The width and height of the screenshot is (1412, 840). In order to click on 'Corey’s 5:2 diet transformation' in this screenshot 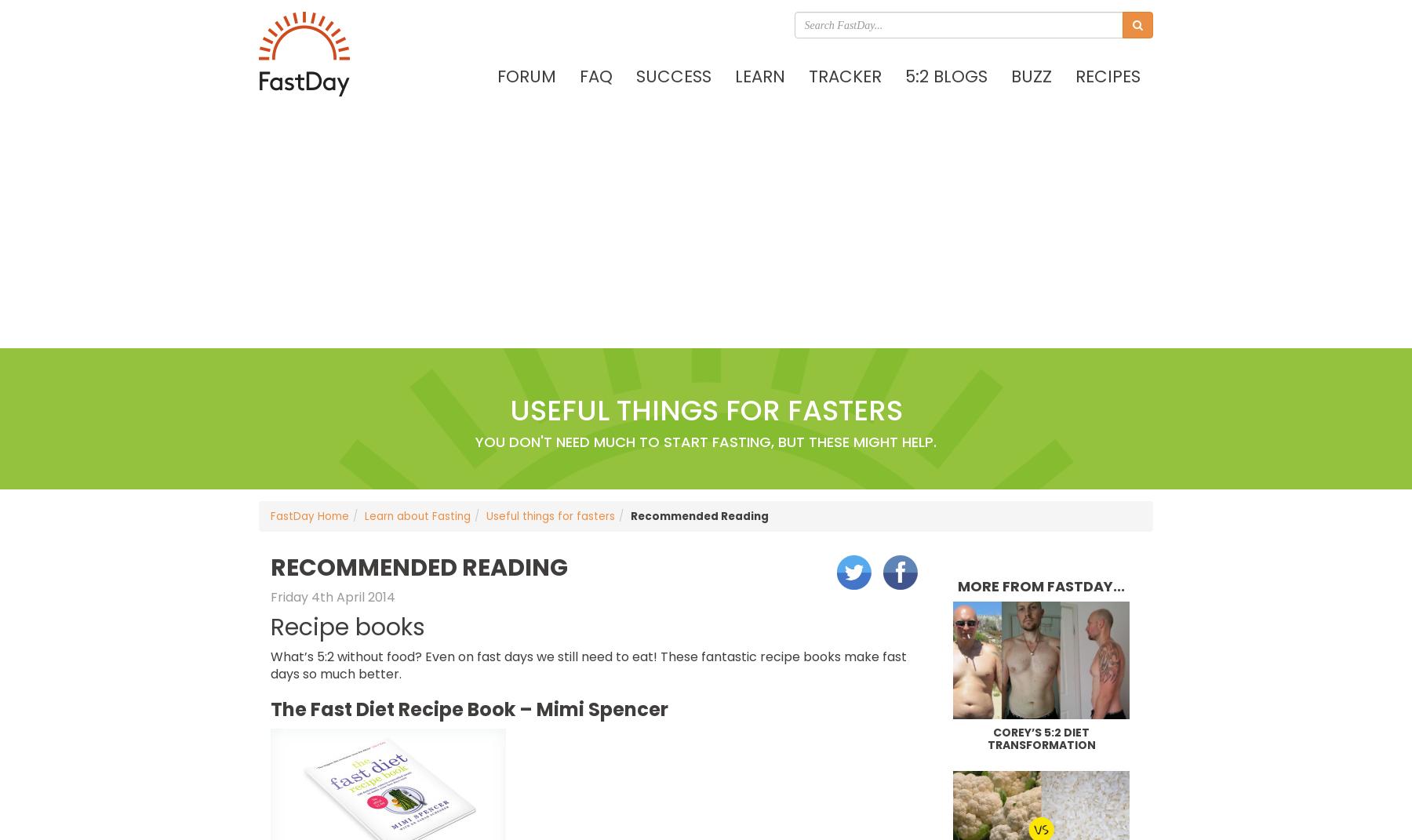, I will do `click(1040, 737)`.